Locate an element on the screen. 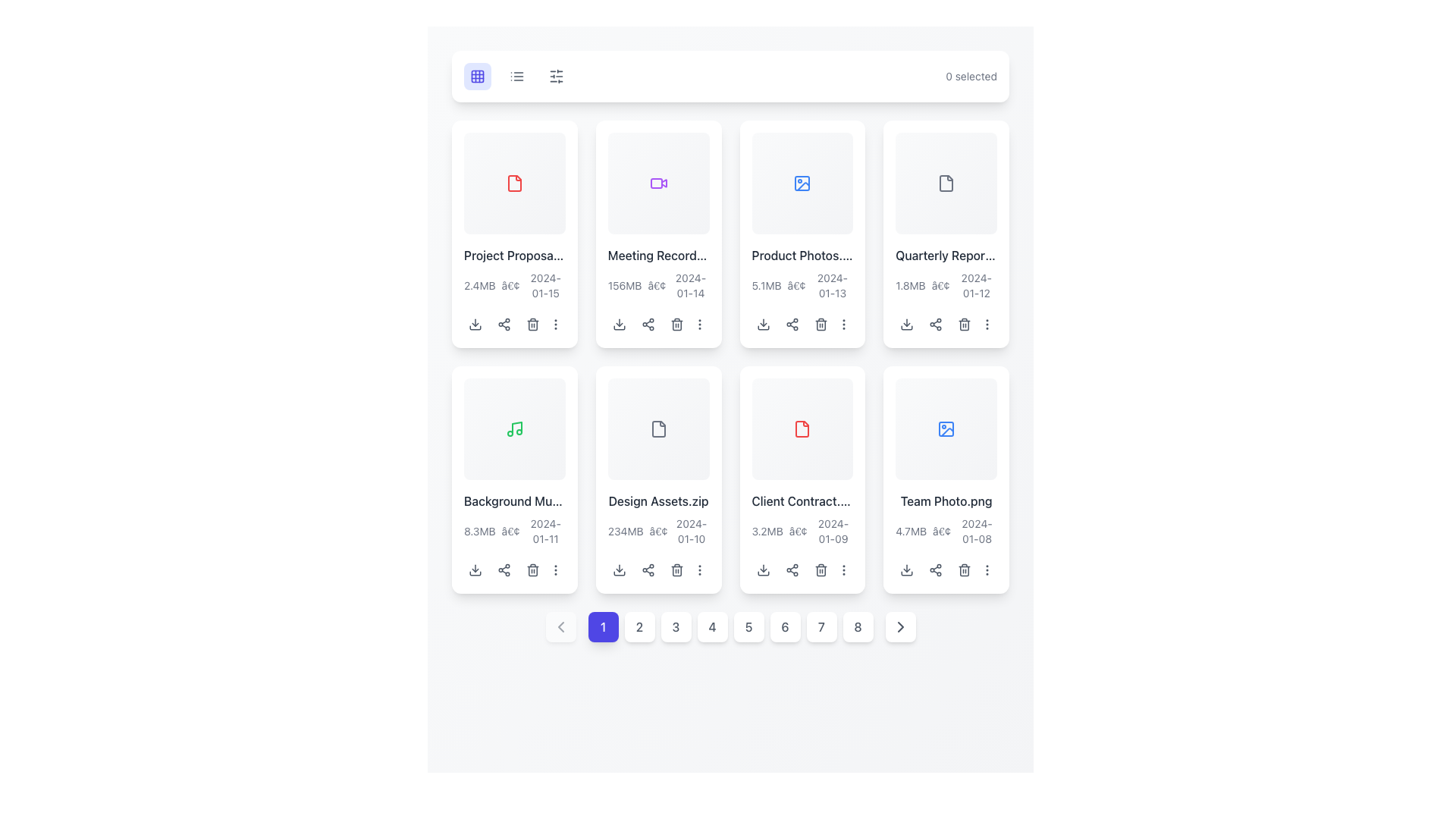 The image size is (1456, 819). the square button with a white background and gray text displaying the number '5' is located at coordinates (748, 626).